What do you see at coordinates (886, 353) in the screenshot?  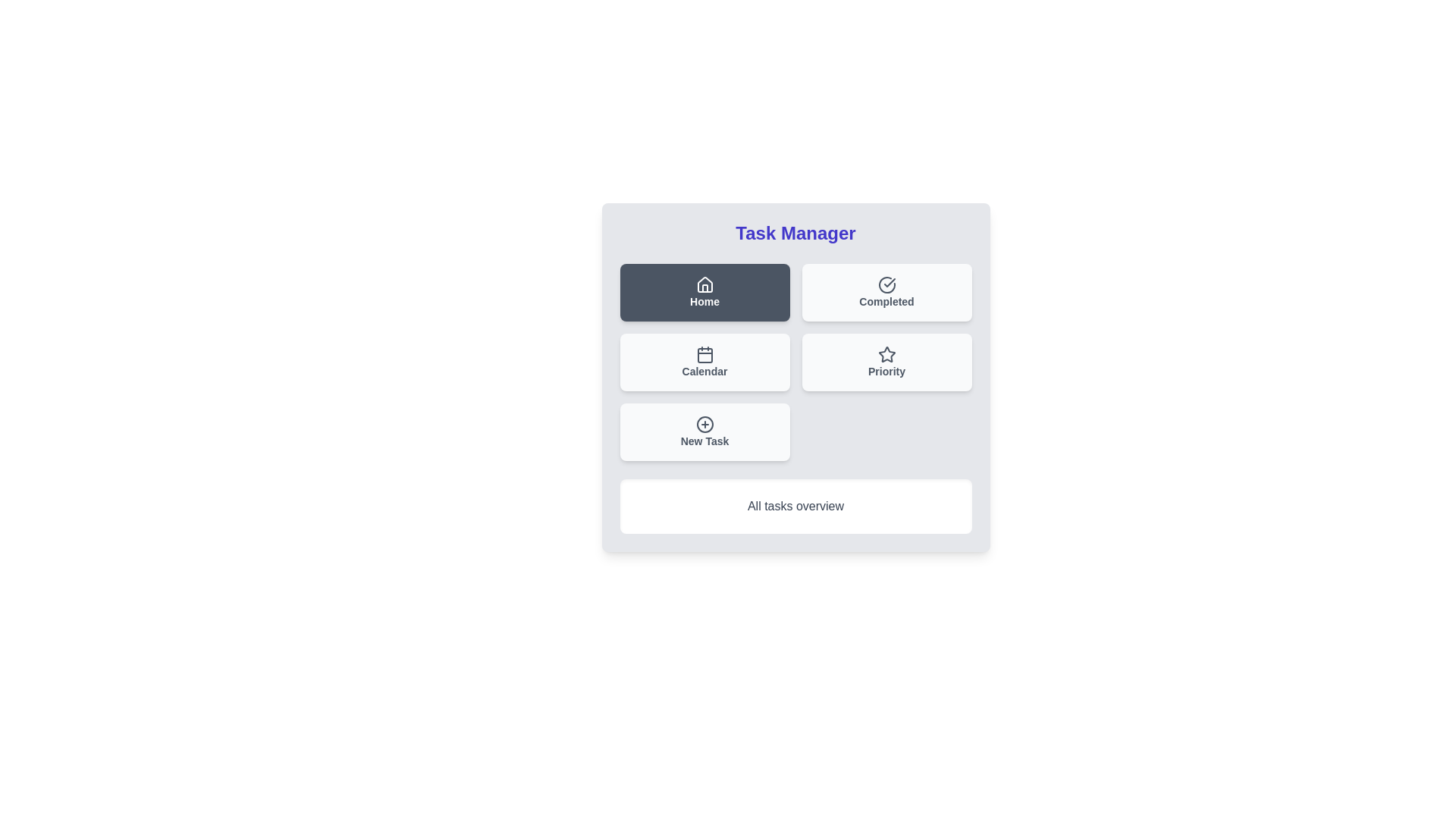 I see `the star-shaped icon with a hollow center, located within the 'Priority' button in the Task Manager UI` at bounding box center [886, 353].